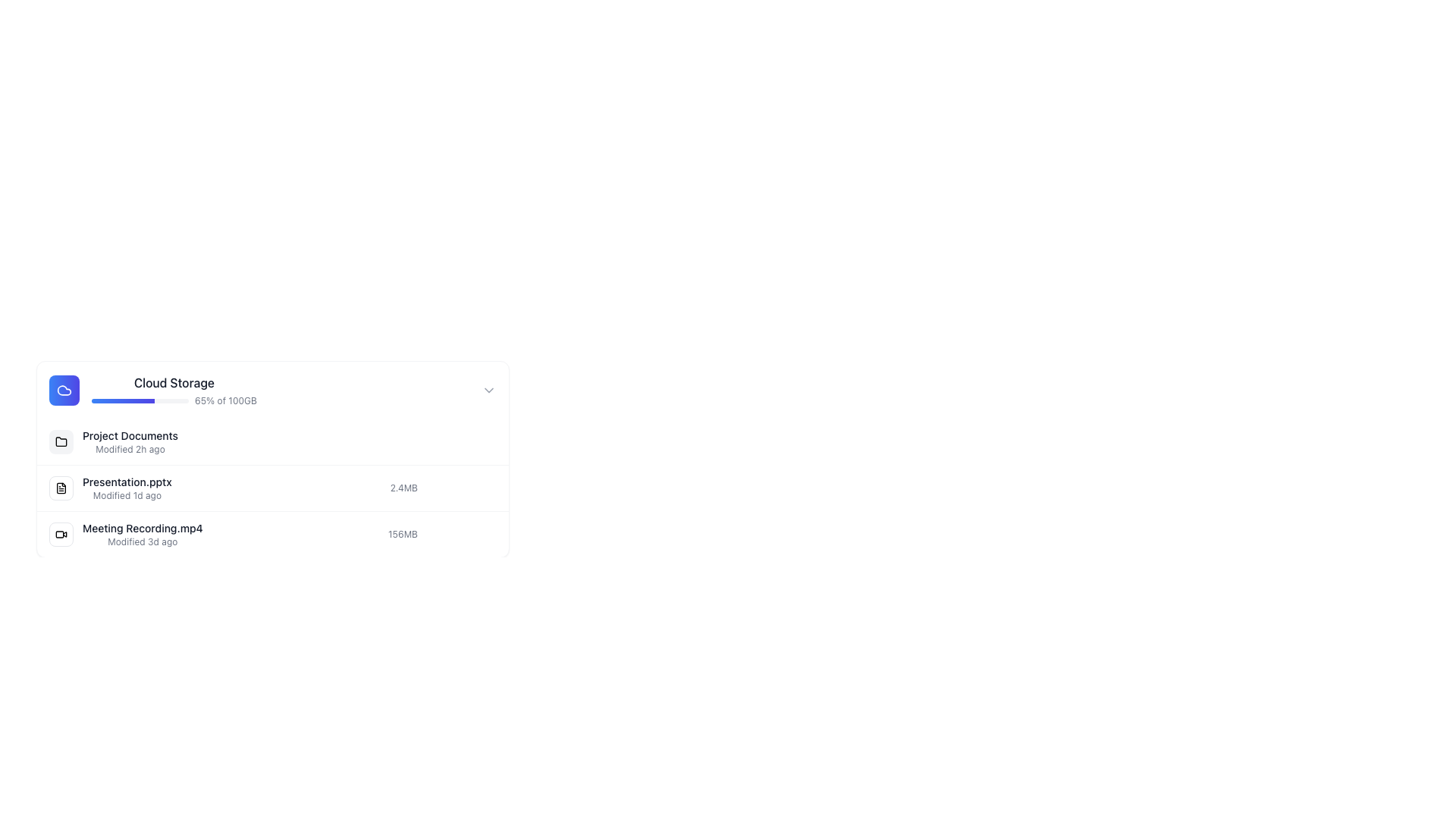 The height and width of the screenshot is (819, 1456). Describe the element at coordinates (64, 390) in the screenshot. I see `the cloud-shaped SVG icon located within a blue square, adjacent to the title 'Cloud Storage'` at that location.